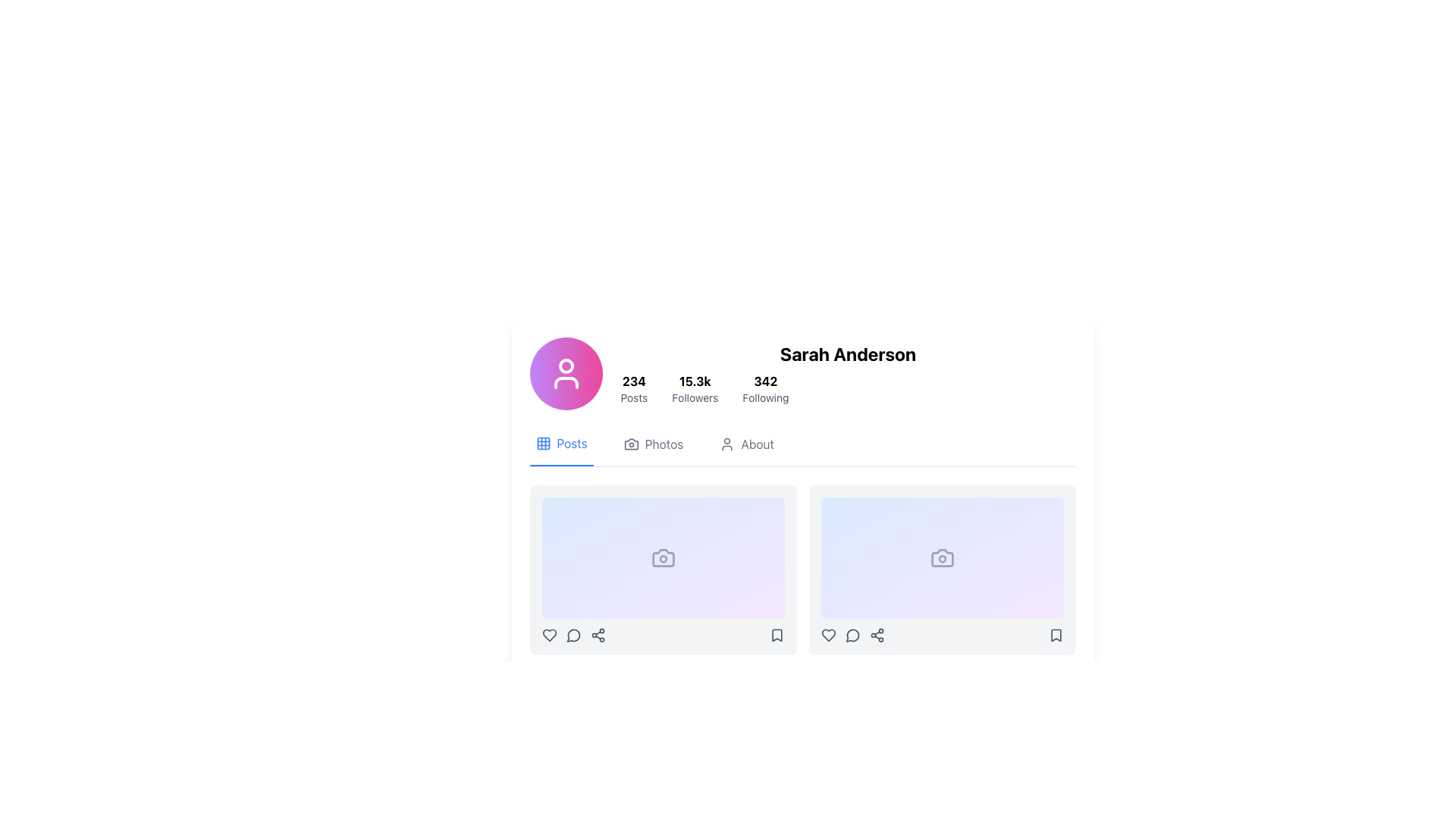 The image size is (1456, 819). What do you see at coordinates (654, 450) in the screenshot?
I see `the 'Photos' button, which is the second option in the navigation bar` at bounding box center [654, 450].